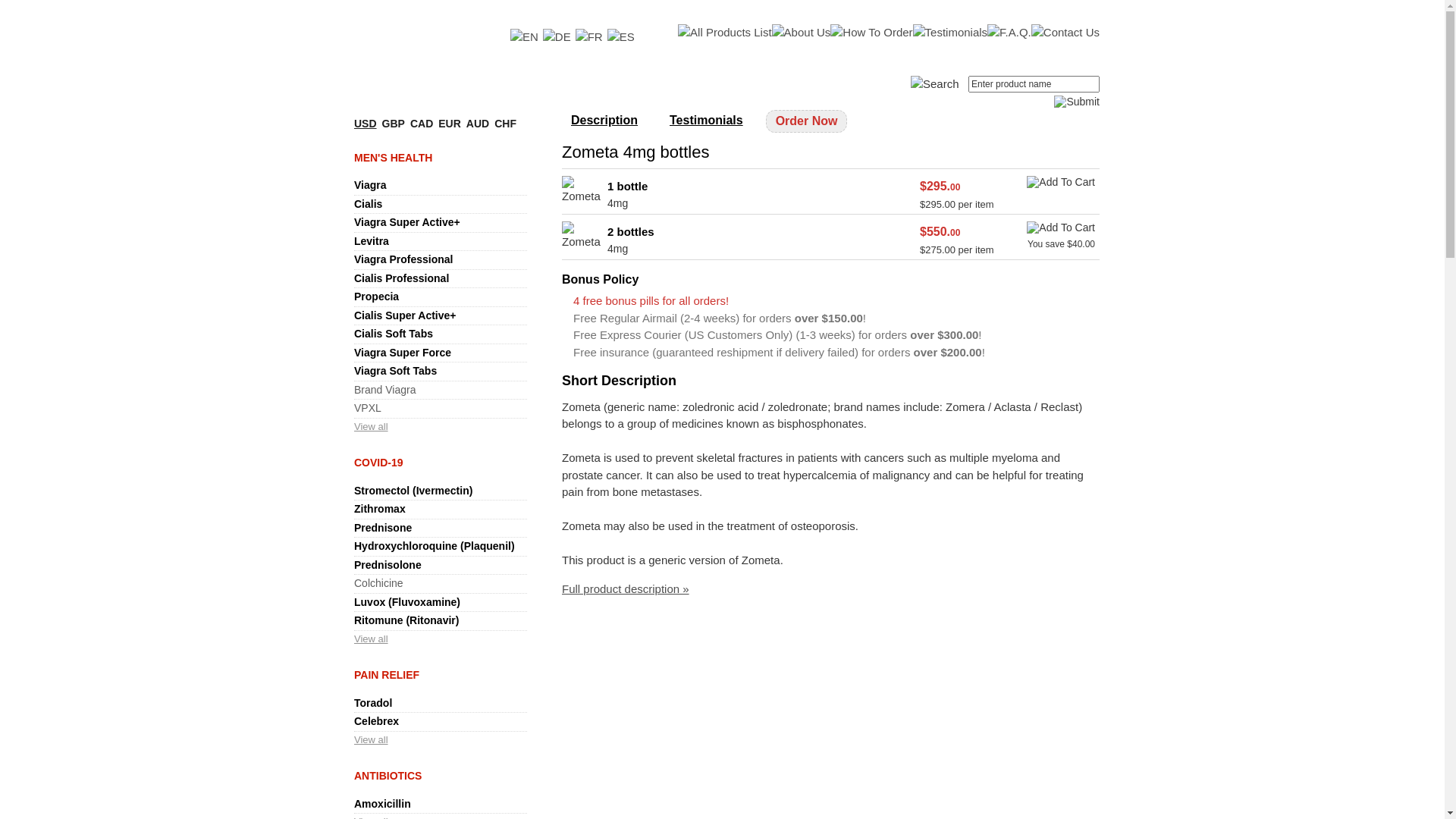 The width and height of the screenshot is (1456, 819). Describe the element at coordinates (353, 775) in the screenshot. I see `'ANTIBIOTICS'` at that location.